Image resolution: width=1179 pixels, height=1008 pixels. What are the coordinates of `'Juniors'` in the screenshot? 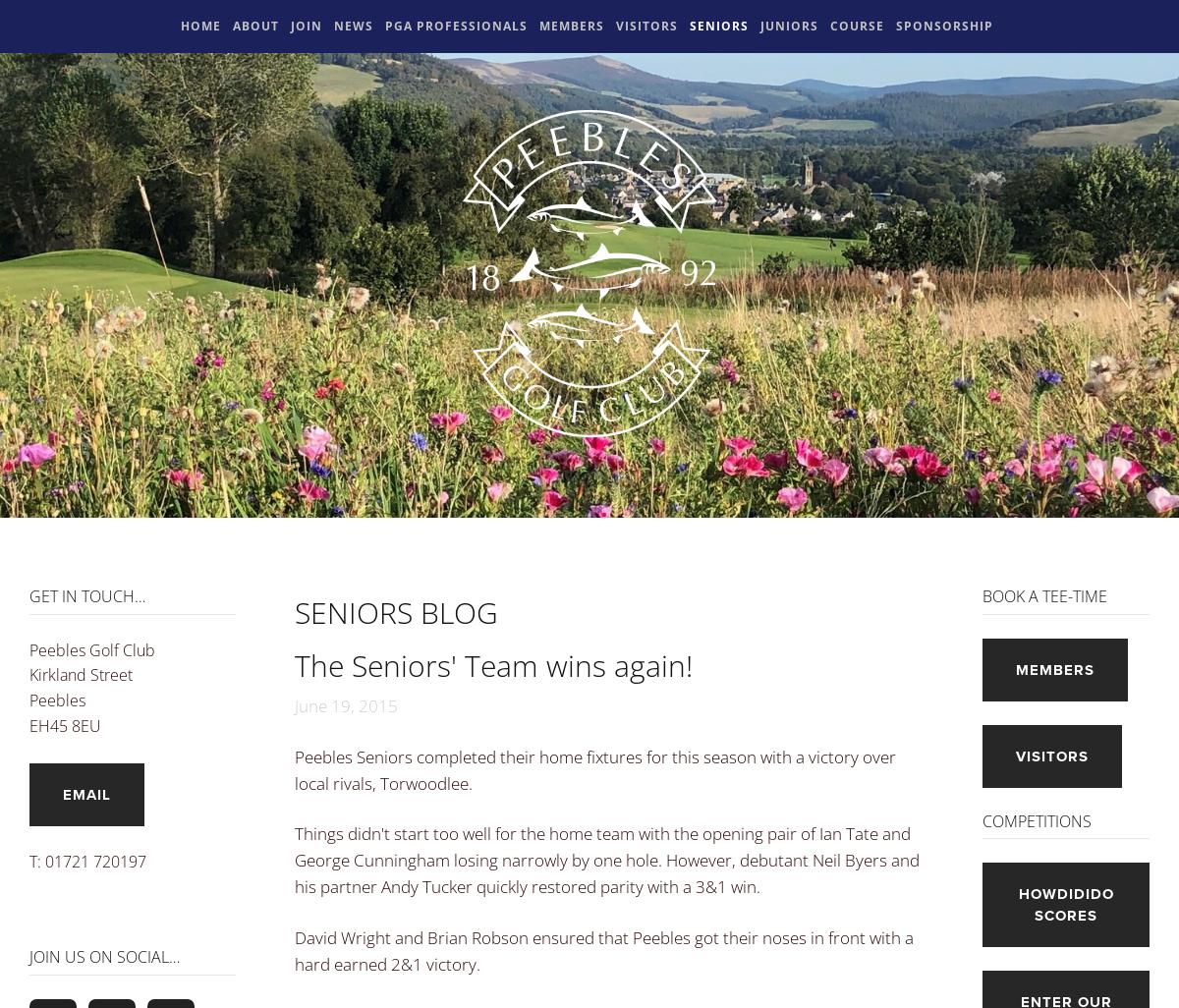 It's located at (788, 26).